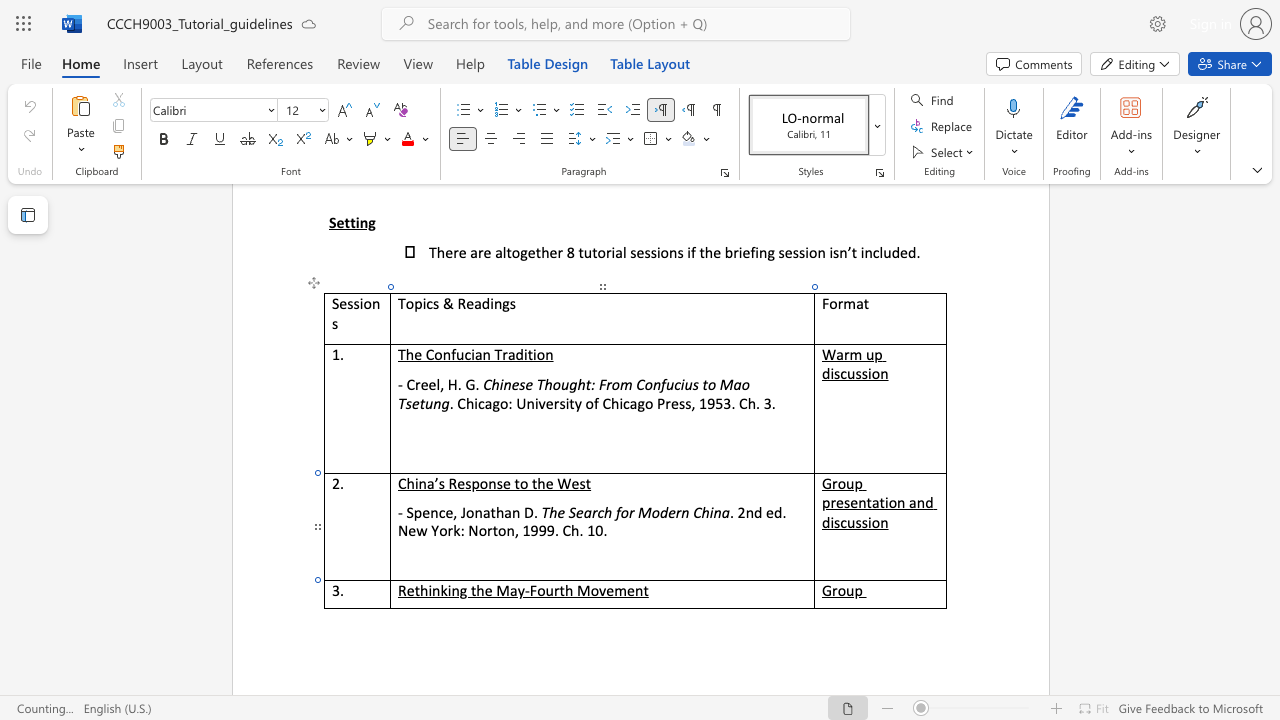  I want to click on the 1th character "n" in the text, so click(862, 501).